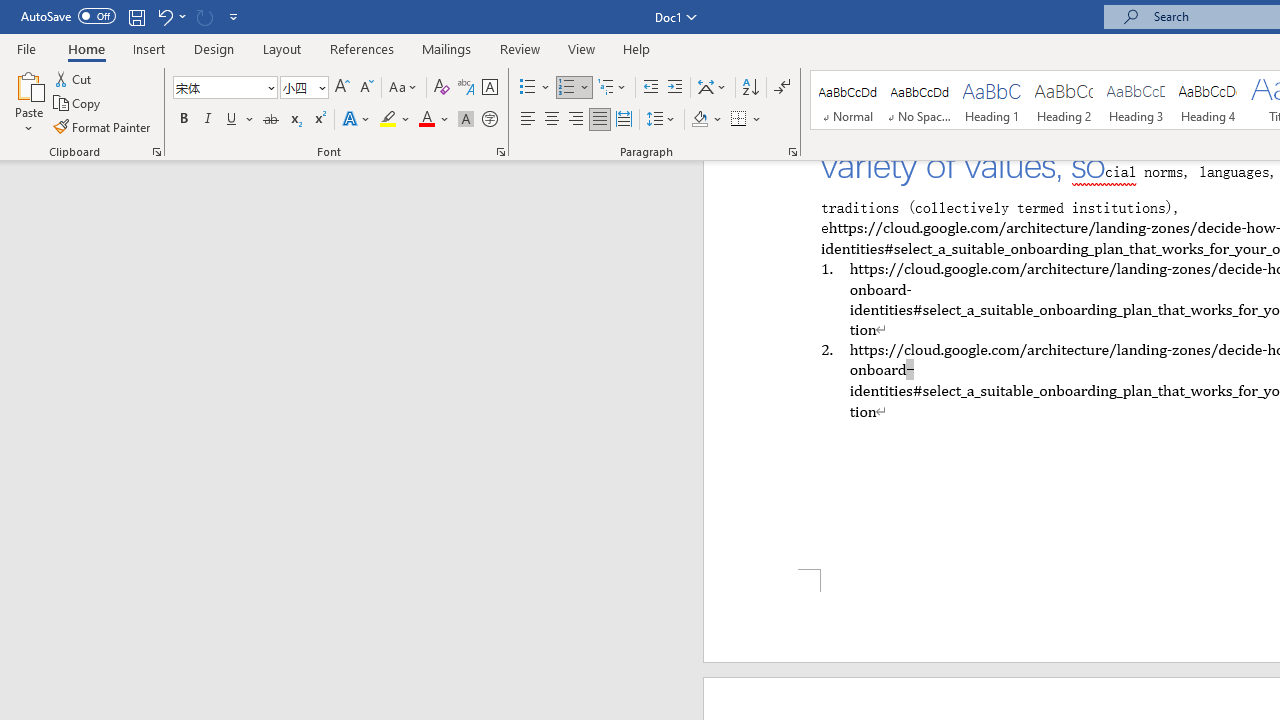 Image resolution: width=1280 pixels, height=720 pixels. Describe the element at coordinates (342, 86) in the screenshot. I see `'Grow Font'` at that location.